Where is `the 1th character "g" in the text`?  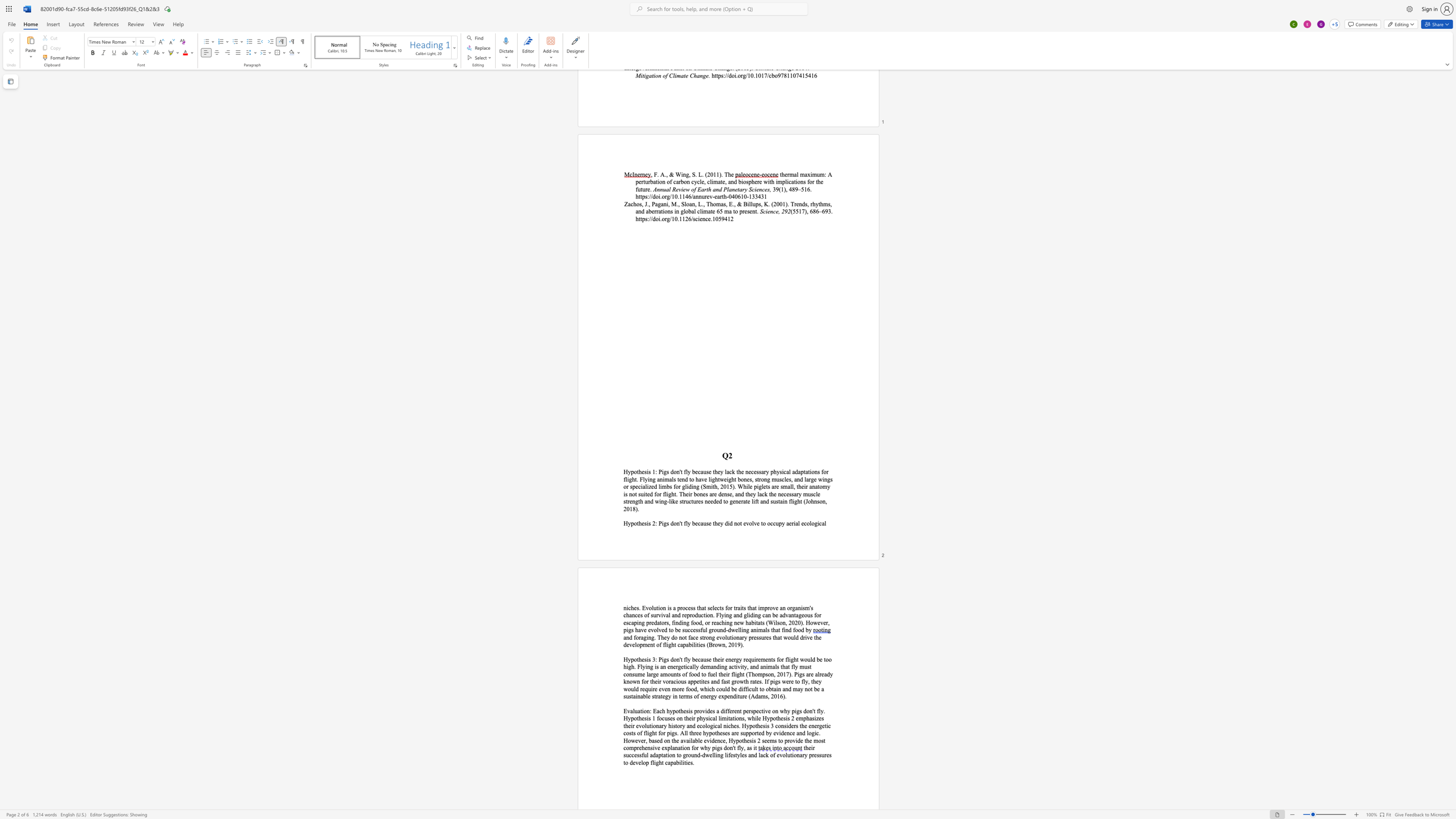 the 1th character "g" in the text is located at coordinates (798, 710).